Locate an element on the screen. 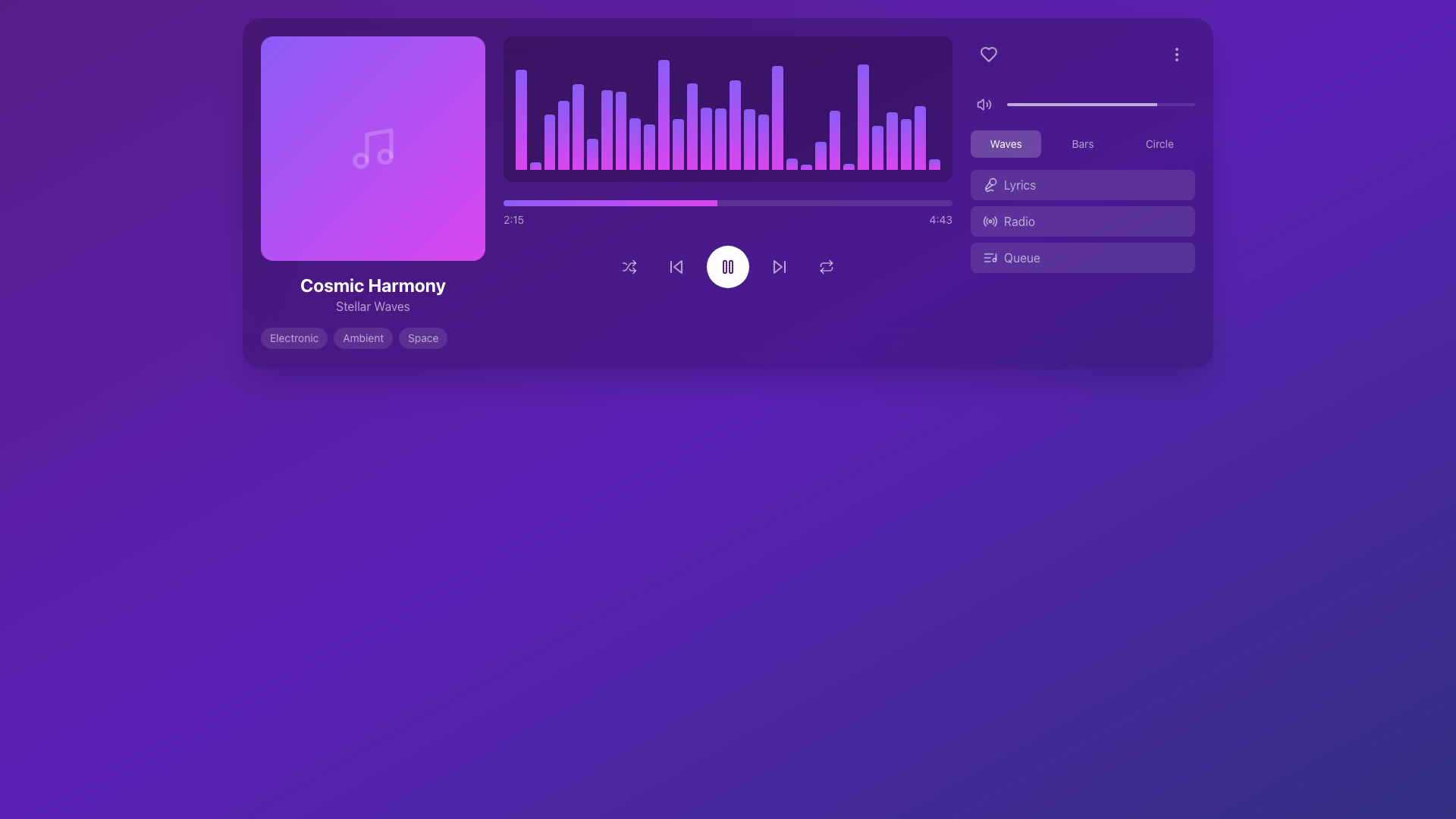 The image size is (1456, 819). the horizontal progress bar located in the top-right section of the interface, which features a light colored background and a darker foreground indicating completion is located at coordinates (1100, 104).